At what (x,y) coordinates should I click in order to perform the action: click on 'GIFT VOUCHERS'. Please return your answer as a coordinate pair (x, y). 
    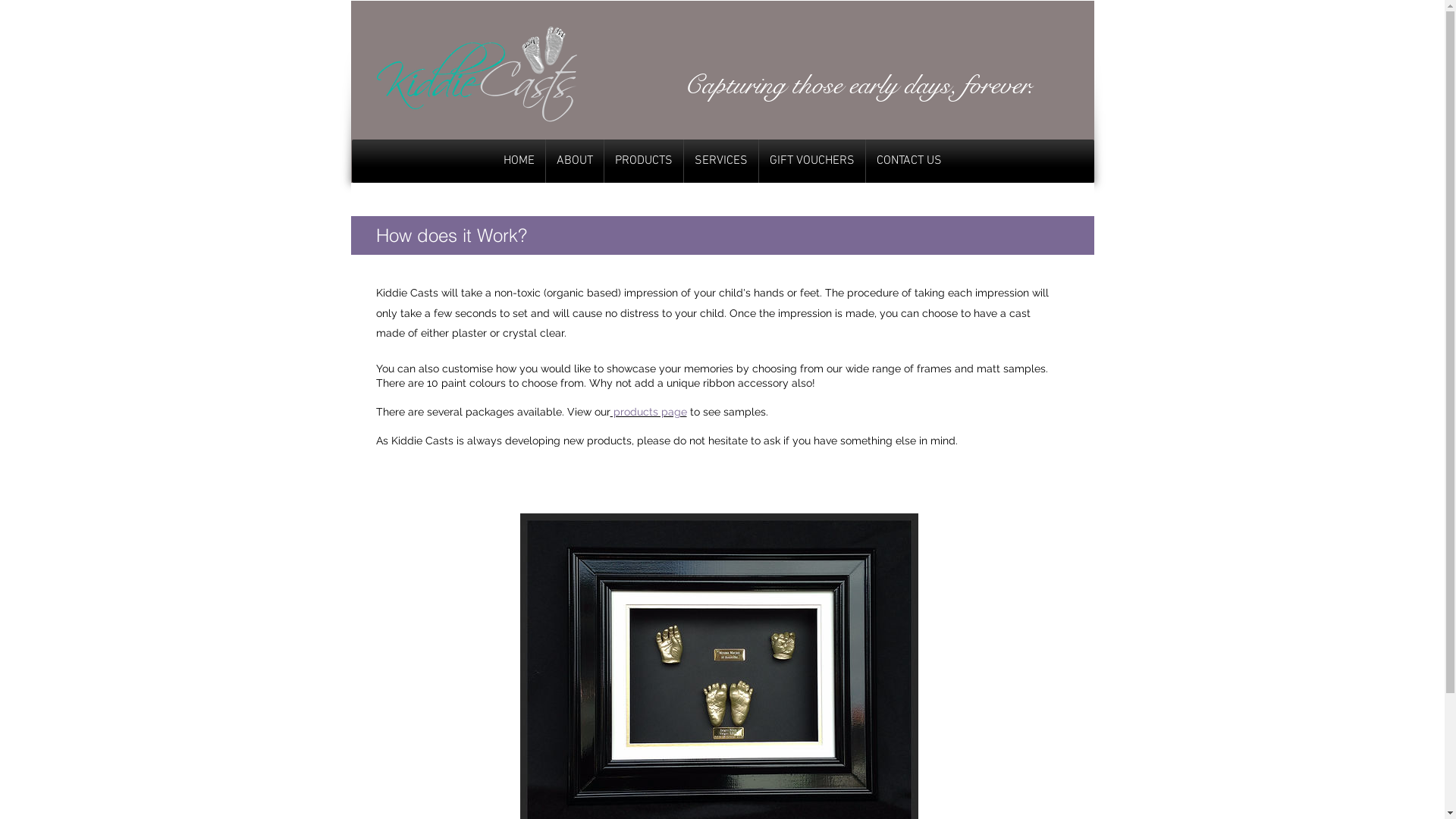
    Looking at the image, I should click on (811, 161).